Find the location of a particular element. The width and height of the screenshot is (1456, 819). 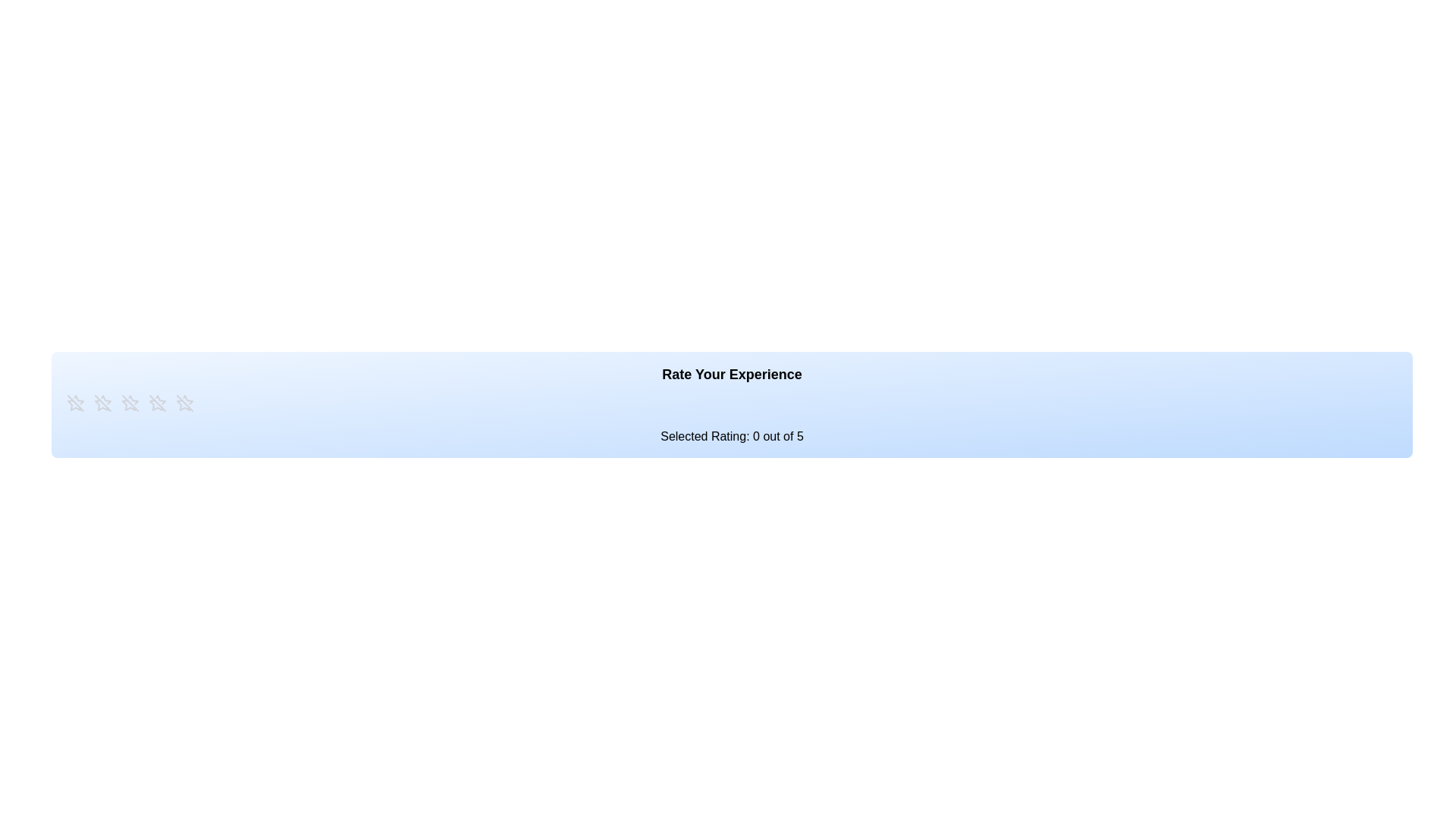

the star corresponding to 5 stars to preview the rating is located at coordinates (184, 403).